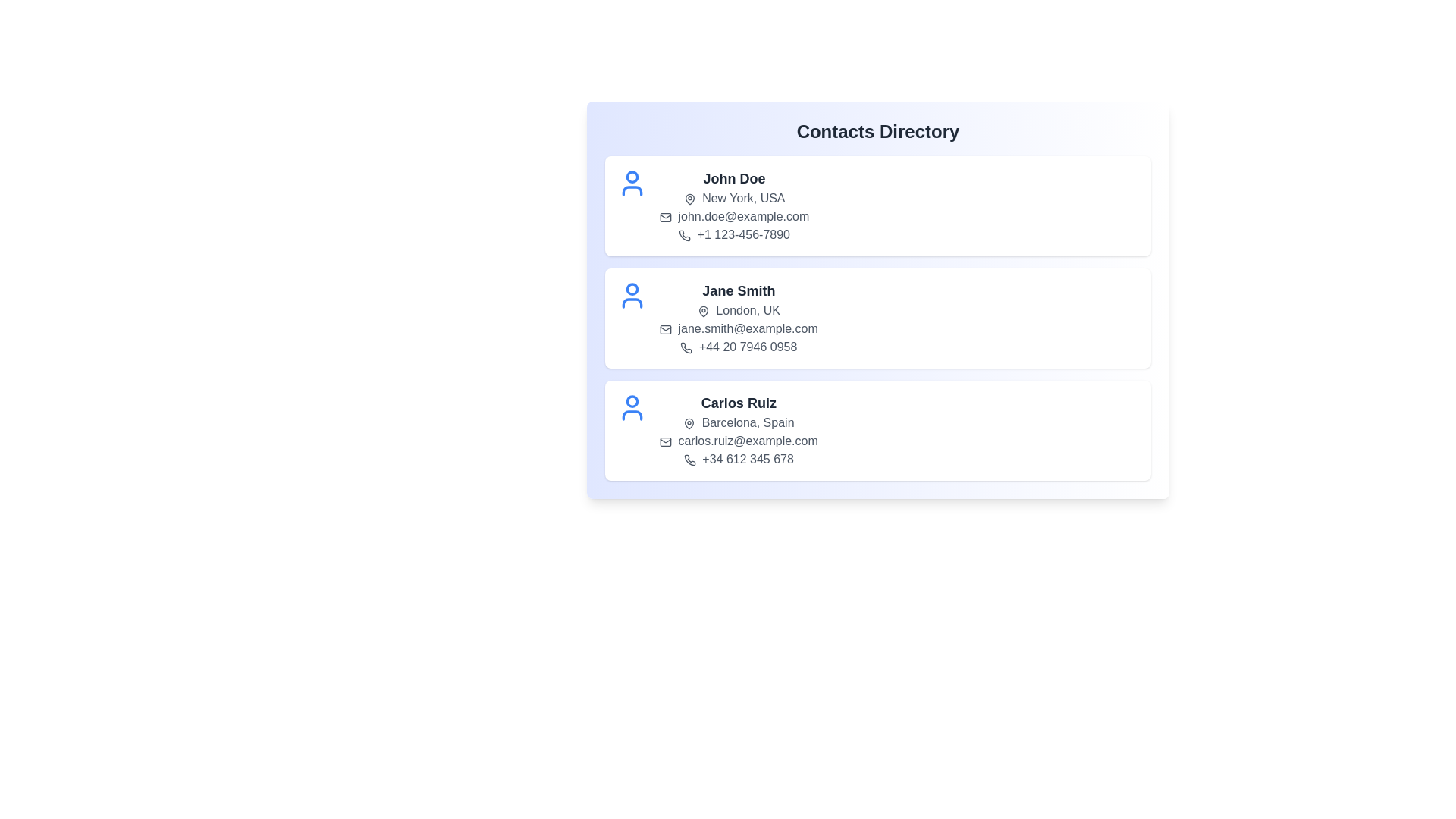 The image size is (1456, 819). Describe the element at coordinates (632, 295) in the screenshot. I see `the user icon for the contact Jane Smith` at that location.